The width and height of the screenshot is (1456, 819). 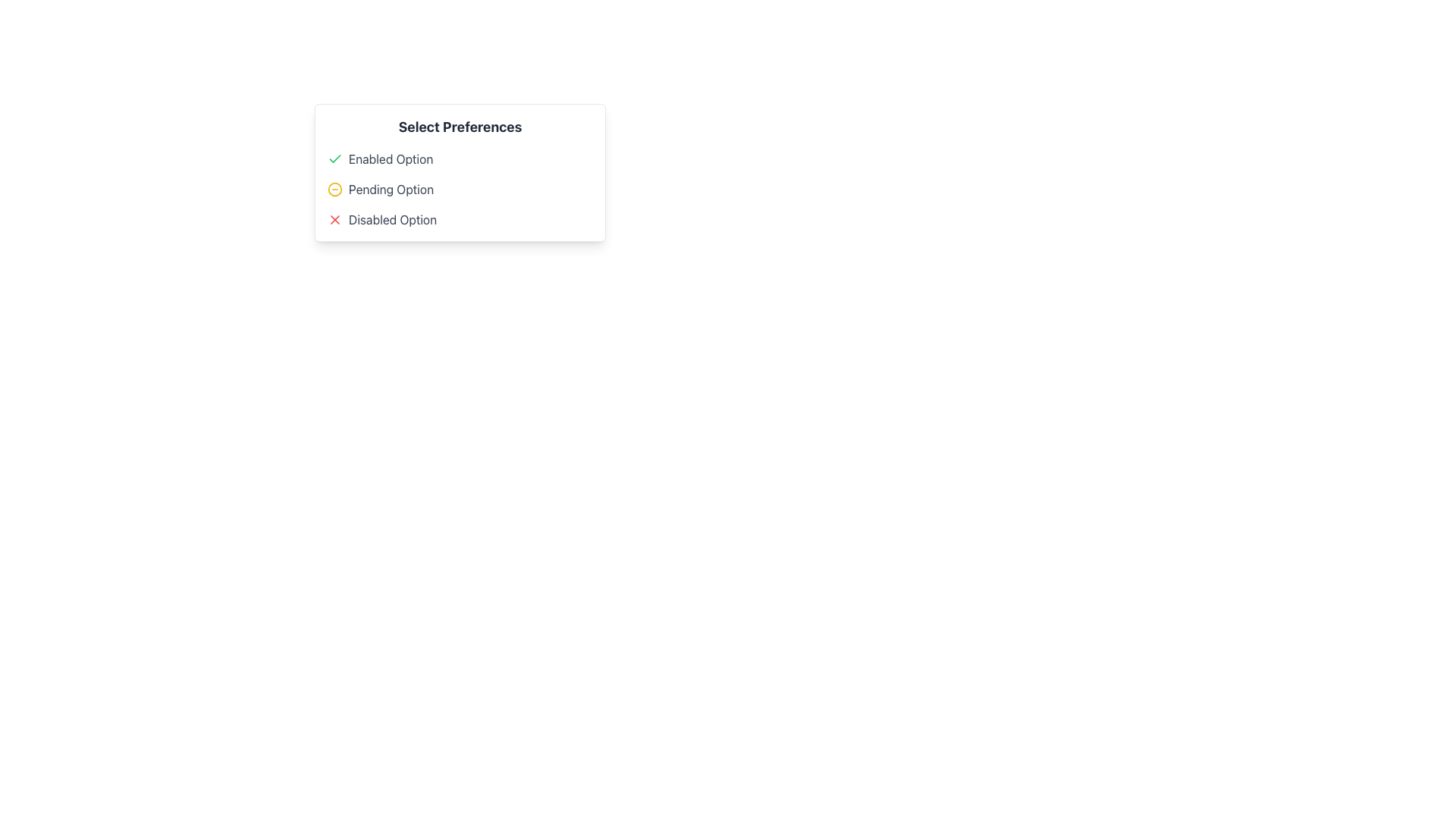 What do you see at coordinates (459, 189) in the screenshot?
I see `the group of list items with icons located below the 'Select Preferences' title` at bounding box center [459, 189].